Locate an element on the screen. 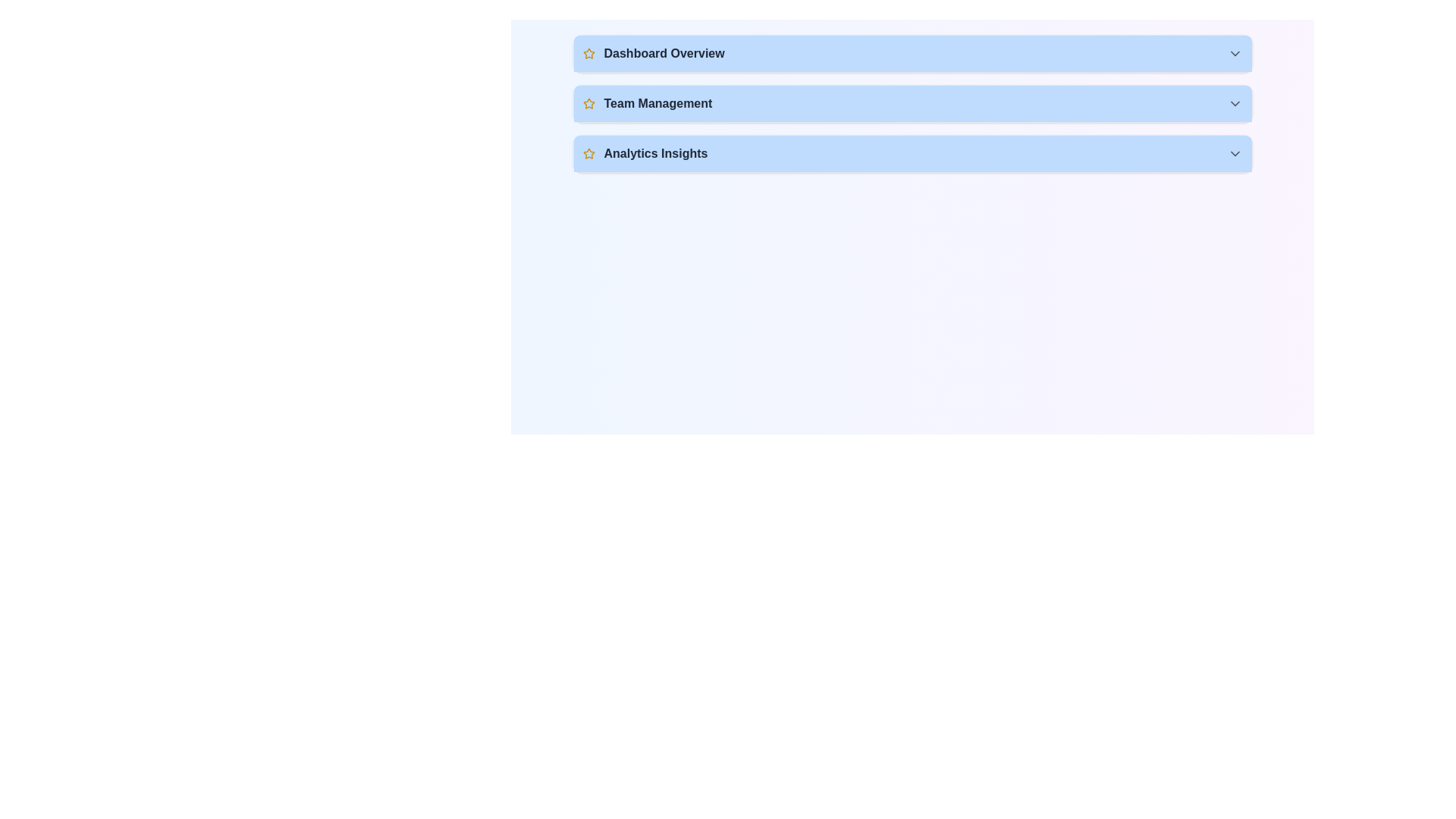 The width and height of the screenshot is (1456, 819). the yellow five-pointed star icon with a hollow center, located to the left of 'Dashboard Overview' in the topmost row of the list is located at coordinates (588, 52).